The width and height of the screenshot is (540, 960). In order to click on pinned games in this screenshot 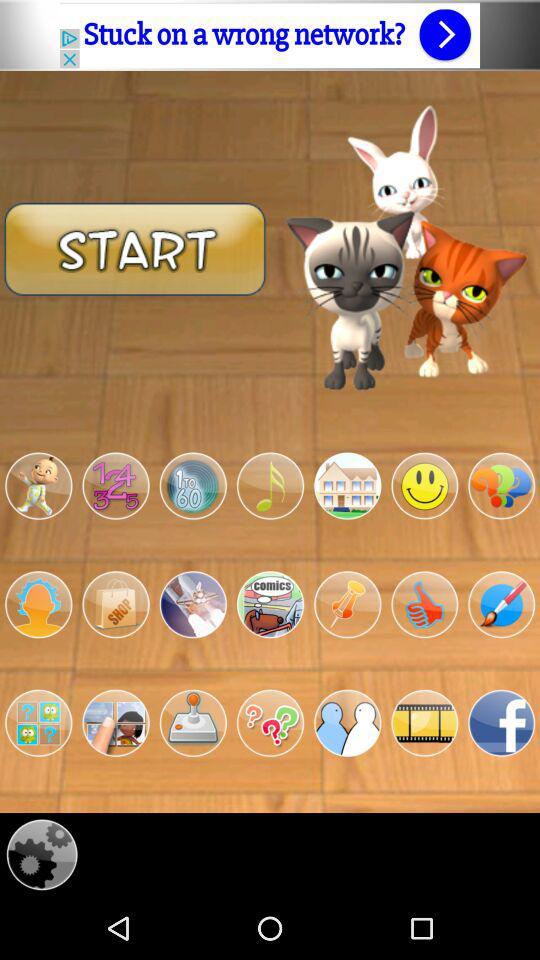, I will do `click(346, 603)`.